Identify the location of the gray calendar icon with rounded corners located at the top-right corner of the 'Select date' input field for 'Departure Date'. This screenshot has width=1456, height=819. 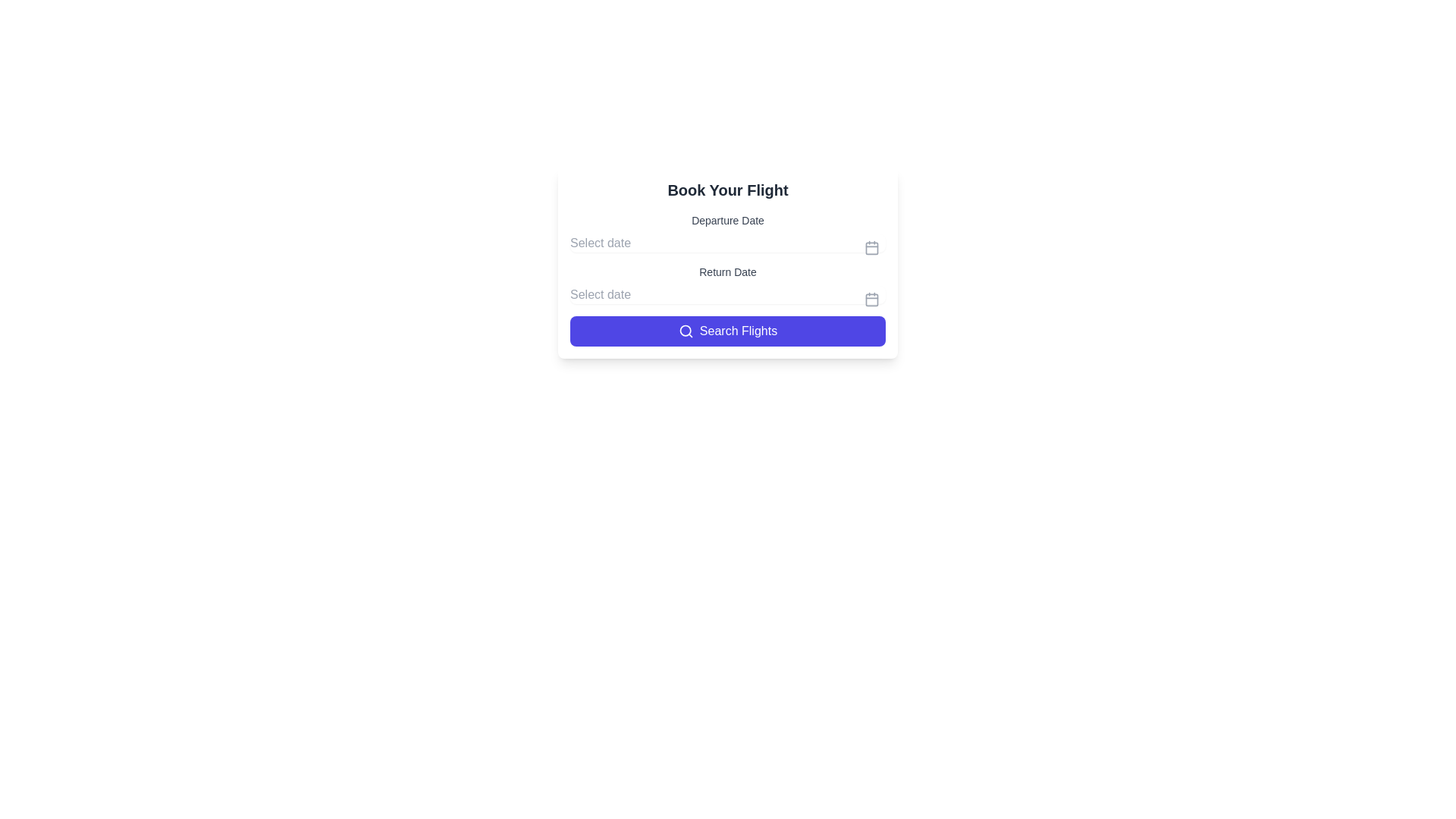
(872, 247).